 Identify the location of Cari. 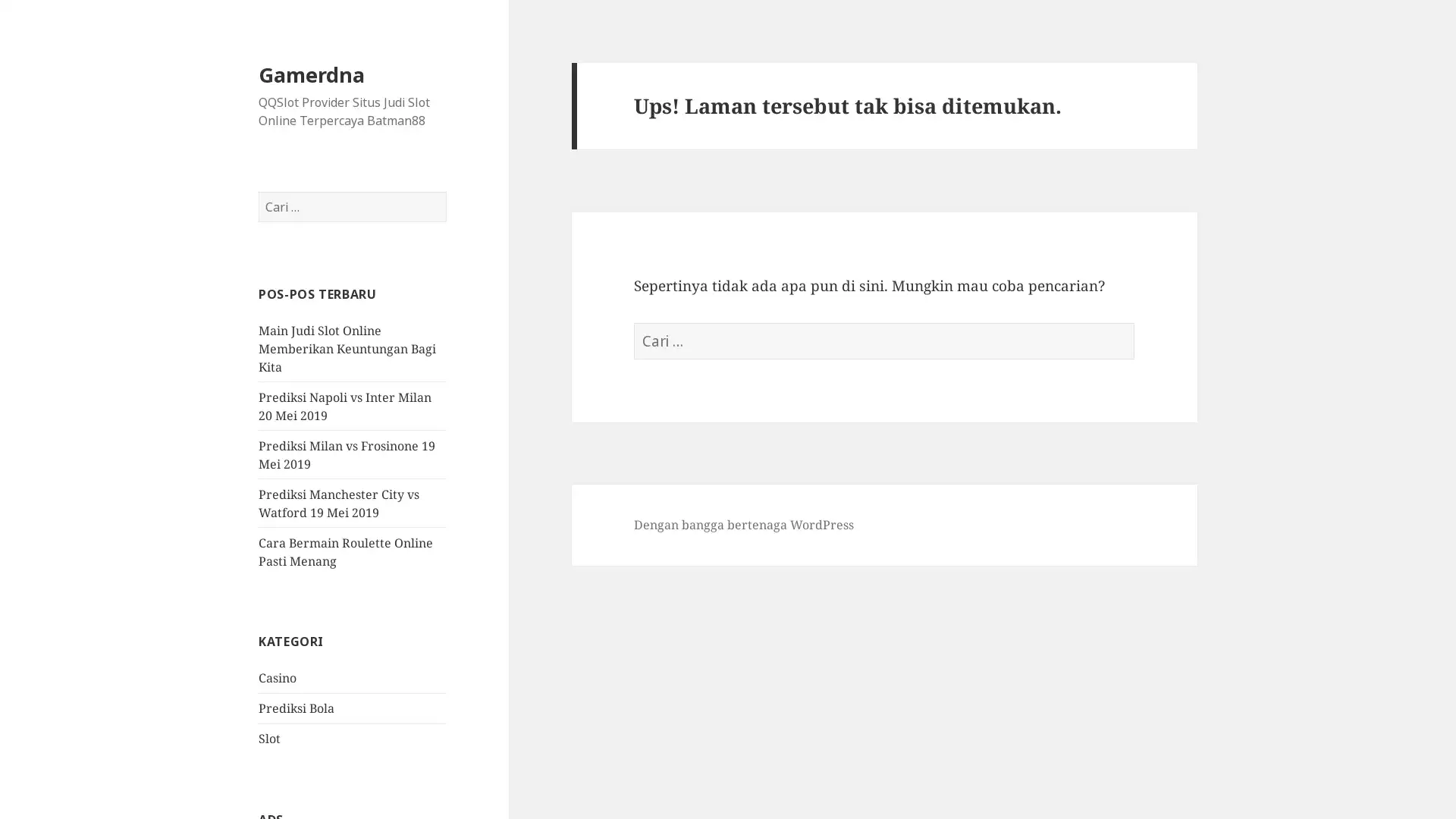
(445, 191).